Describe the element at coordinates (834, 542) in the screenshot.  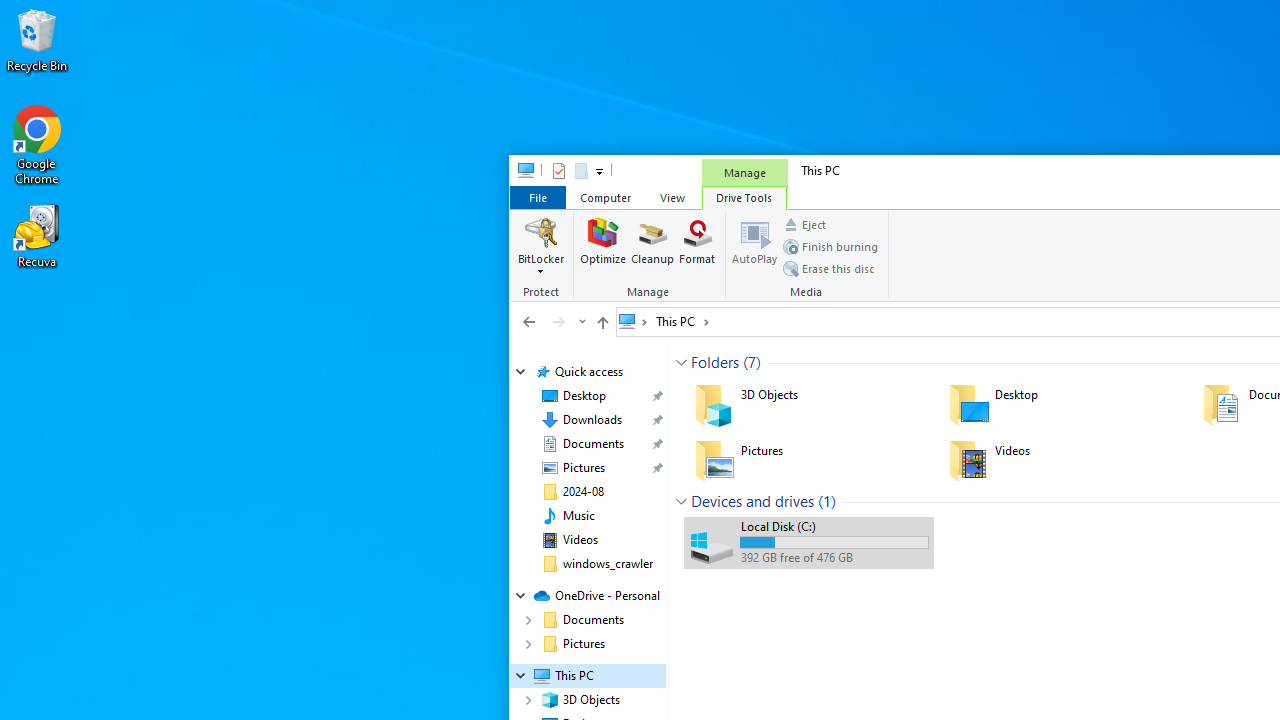
I see `'Space used'` at that location.